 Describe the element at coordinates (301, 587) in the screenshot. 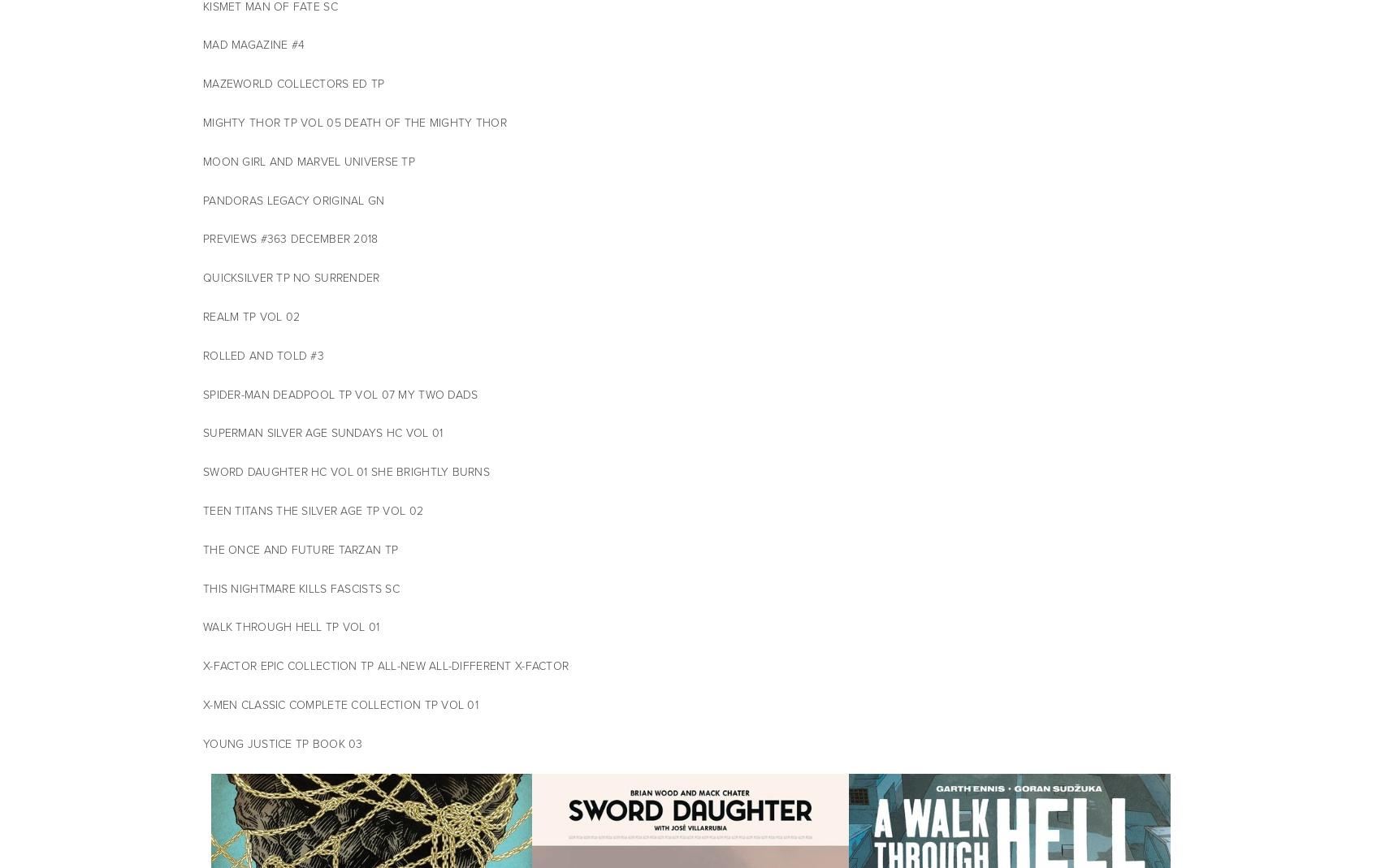

I see `'THIS NIGHTMARE KILLS FASCISTS SC'` at that location.